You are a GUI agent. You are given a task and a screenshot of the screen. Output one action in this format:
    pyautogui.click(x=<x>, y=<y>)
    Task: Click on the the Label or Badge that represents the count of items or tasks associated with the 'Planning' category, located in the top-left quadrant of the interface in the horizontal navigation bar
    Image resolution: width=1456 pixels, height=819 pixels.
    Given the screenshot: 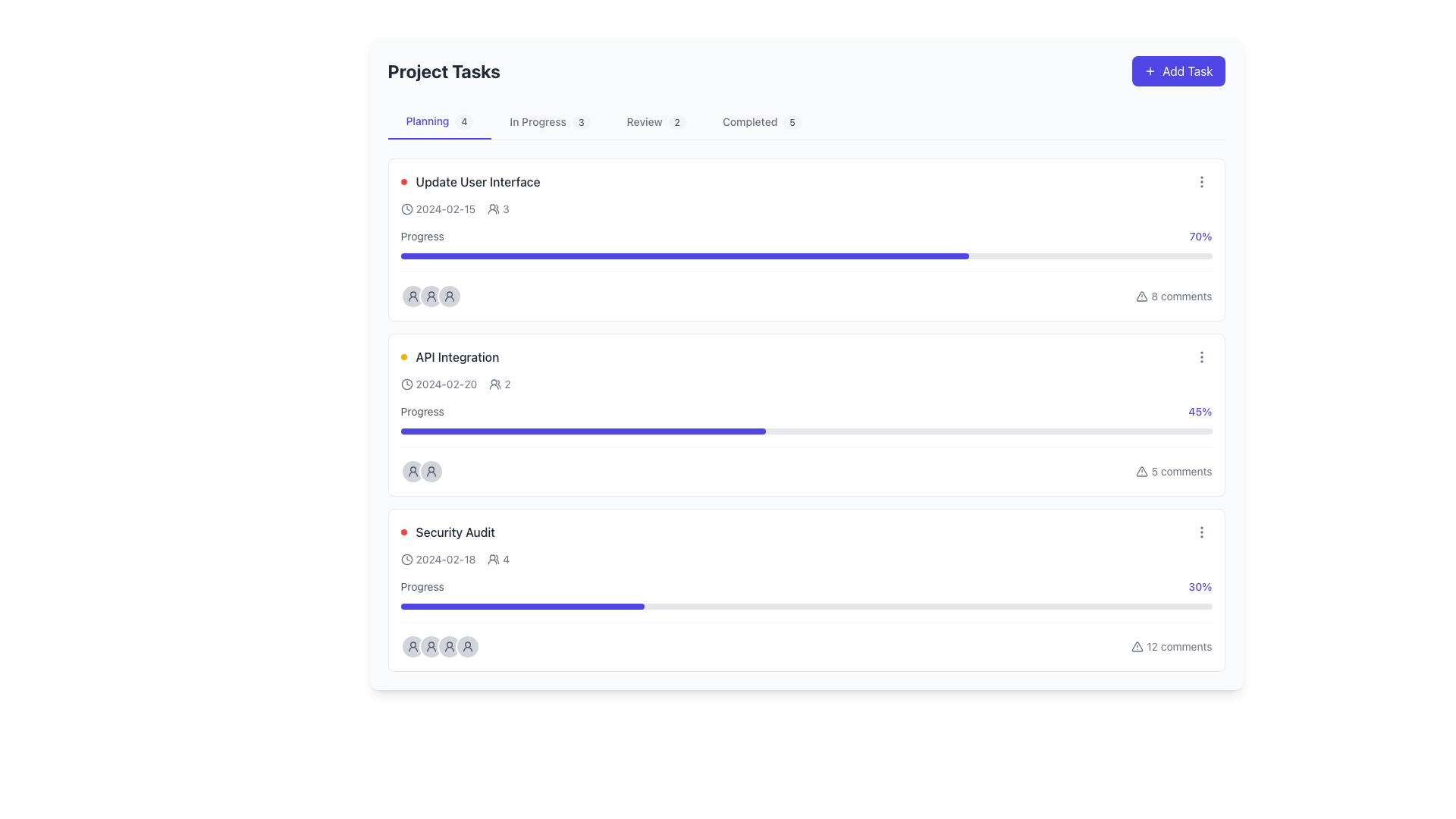 What is the action you would take?
    pyautogui.click(x=463, y=121)
    